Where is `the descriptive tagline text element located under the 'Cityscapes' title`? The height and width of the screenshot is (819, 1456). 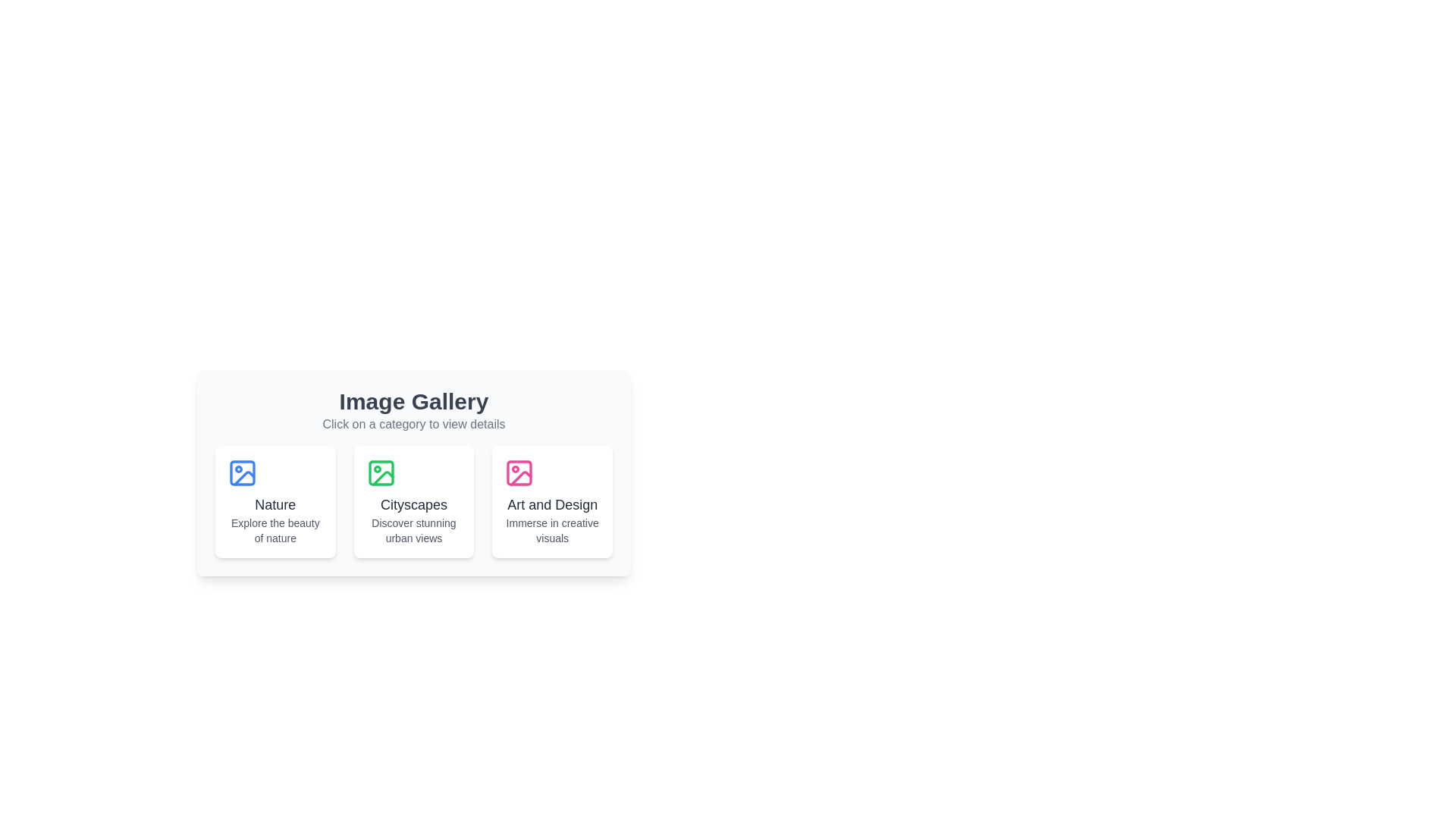
the descriptive tagline text element located under the 'Cityscapes' title is located at coordinates (414, 529).